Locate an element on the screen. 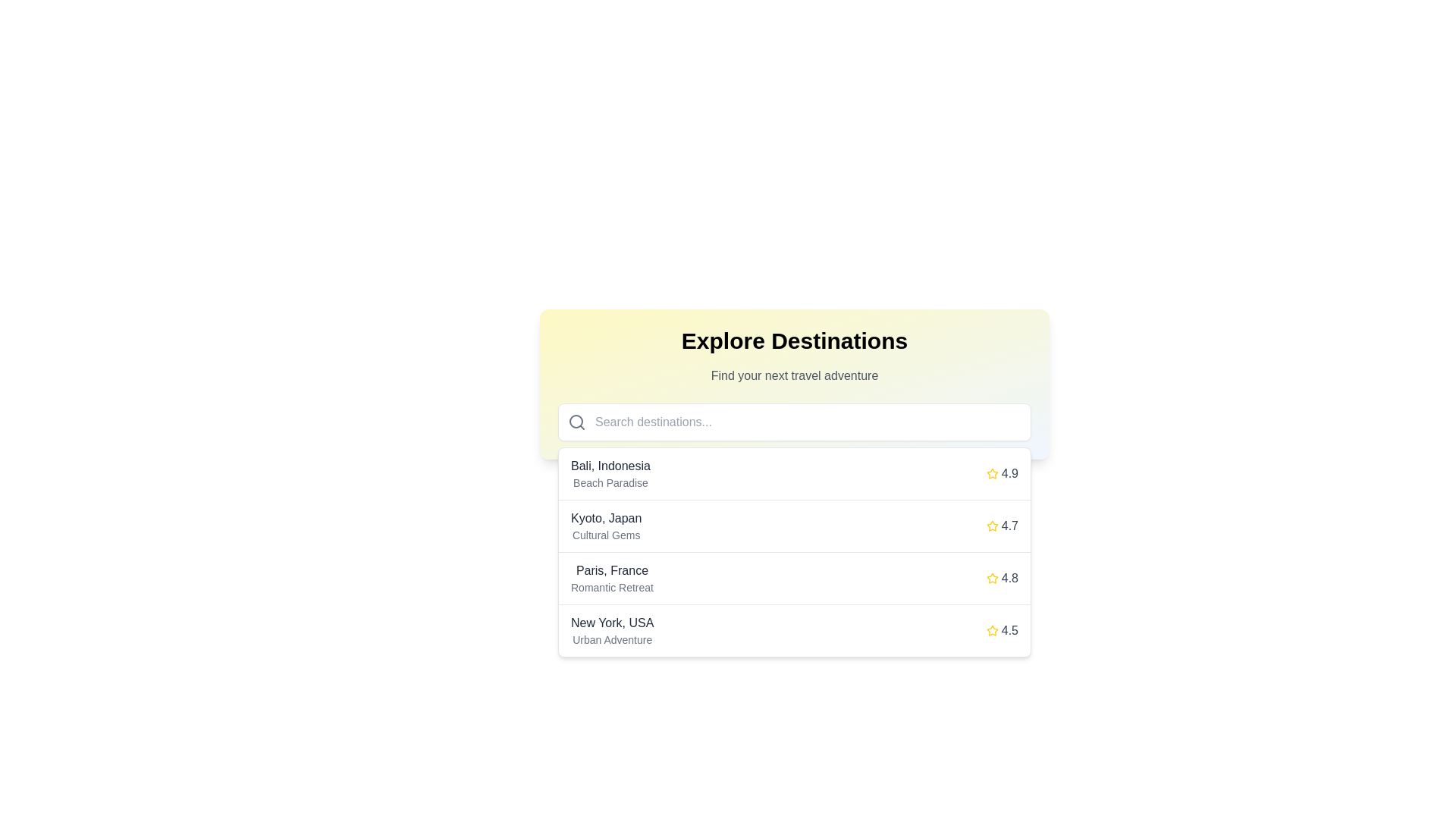  the Text block displaying 'Kyoto, Japan' and 'Cultural Gems', the second item in the list of destinations under 'Explore Destinations' is located at coordinates (605, 526).